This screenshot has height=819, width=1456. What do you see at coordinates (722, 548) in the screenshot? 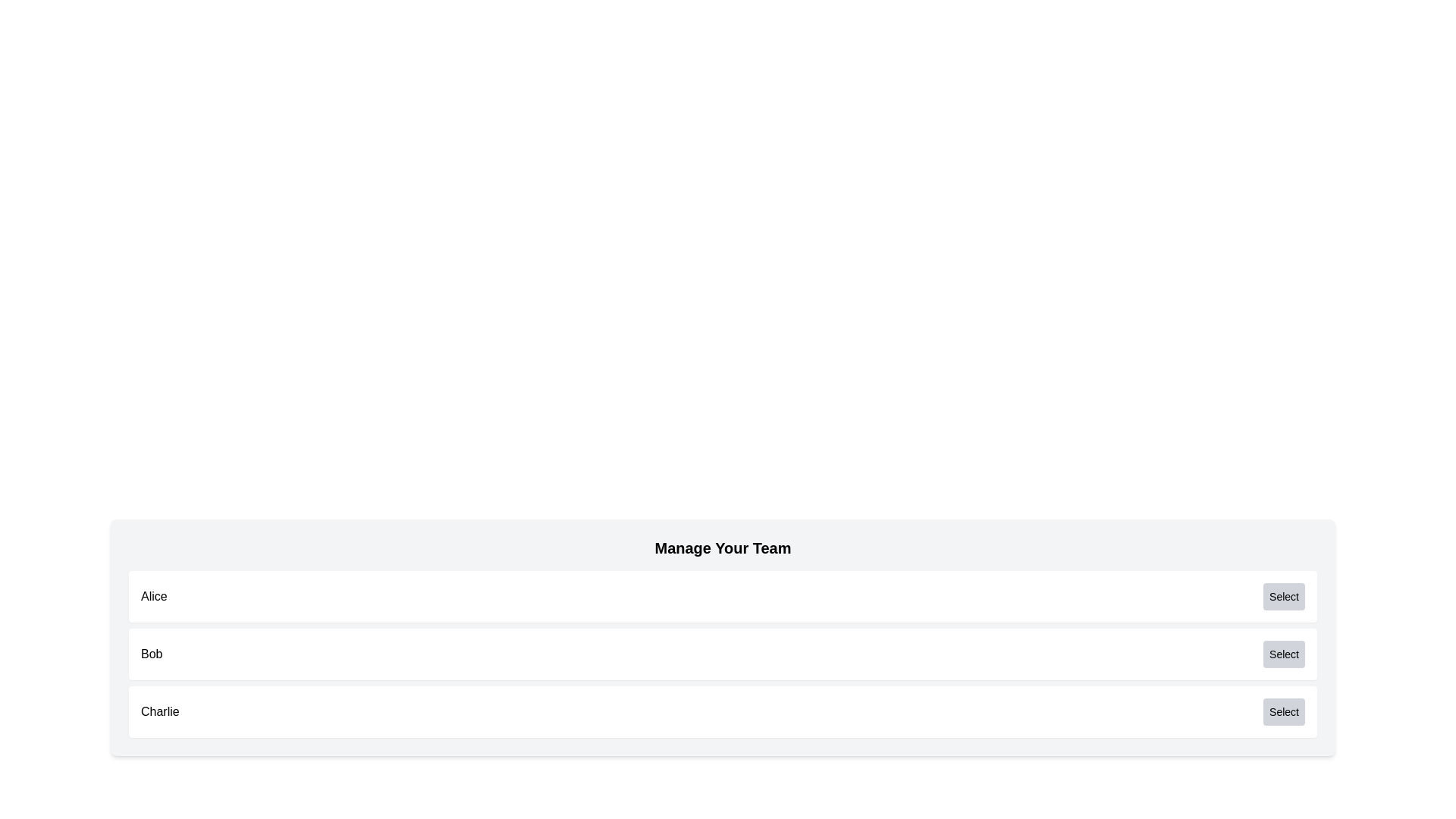
I see `the 'Manage Your Team' text label, which is a bold header positioned at the top of the team management section` at bounding box center [722, 548].